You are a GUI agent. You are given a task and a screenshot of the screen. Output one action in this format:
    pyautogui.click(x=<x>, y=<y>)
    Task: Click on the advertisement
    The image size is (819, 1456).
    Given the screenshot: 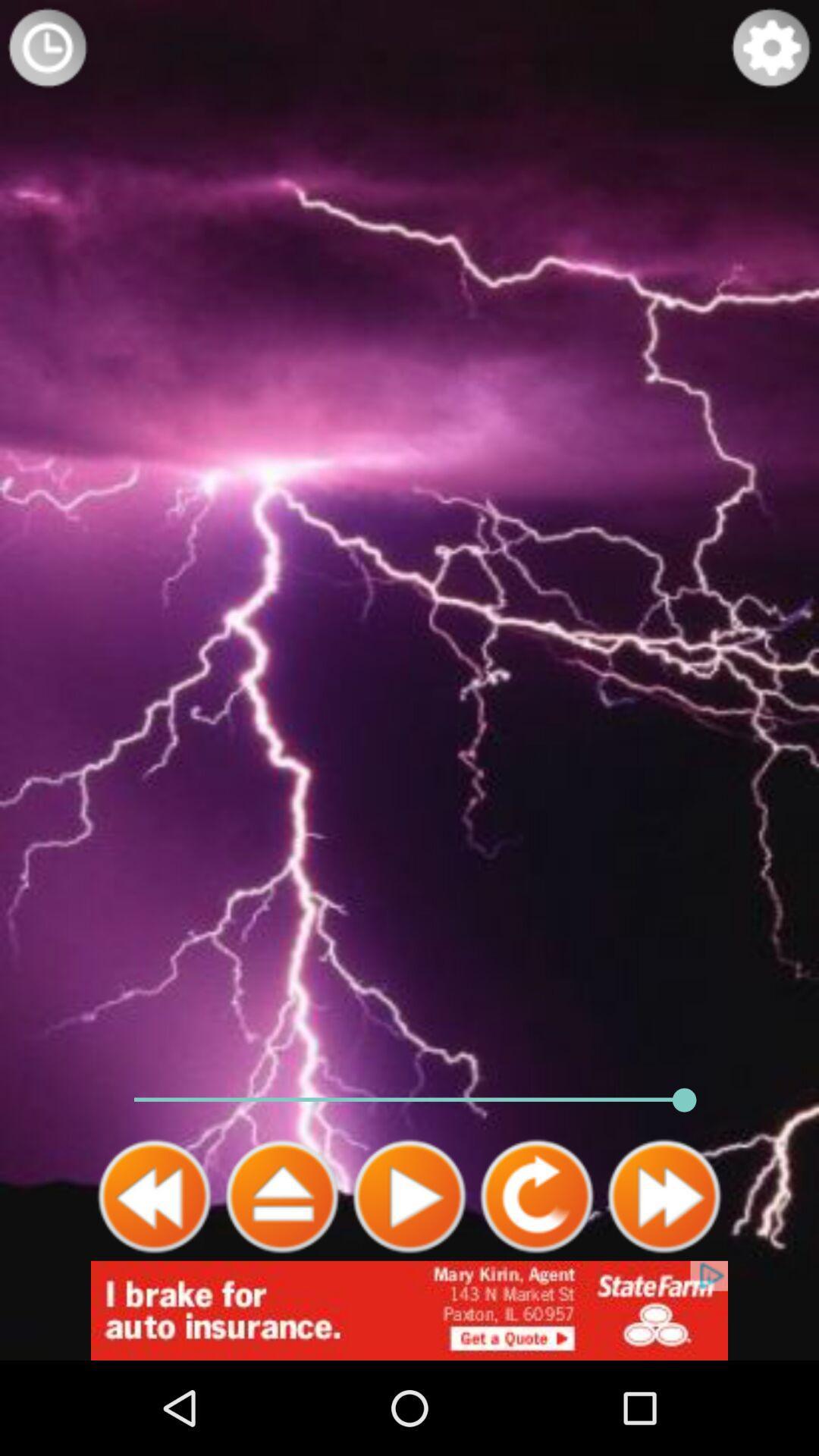 What is the action you would take?
    pyautogui.click(x=409, y=1310)
    